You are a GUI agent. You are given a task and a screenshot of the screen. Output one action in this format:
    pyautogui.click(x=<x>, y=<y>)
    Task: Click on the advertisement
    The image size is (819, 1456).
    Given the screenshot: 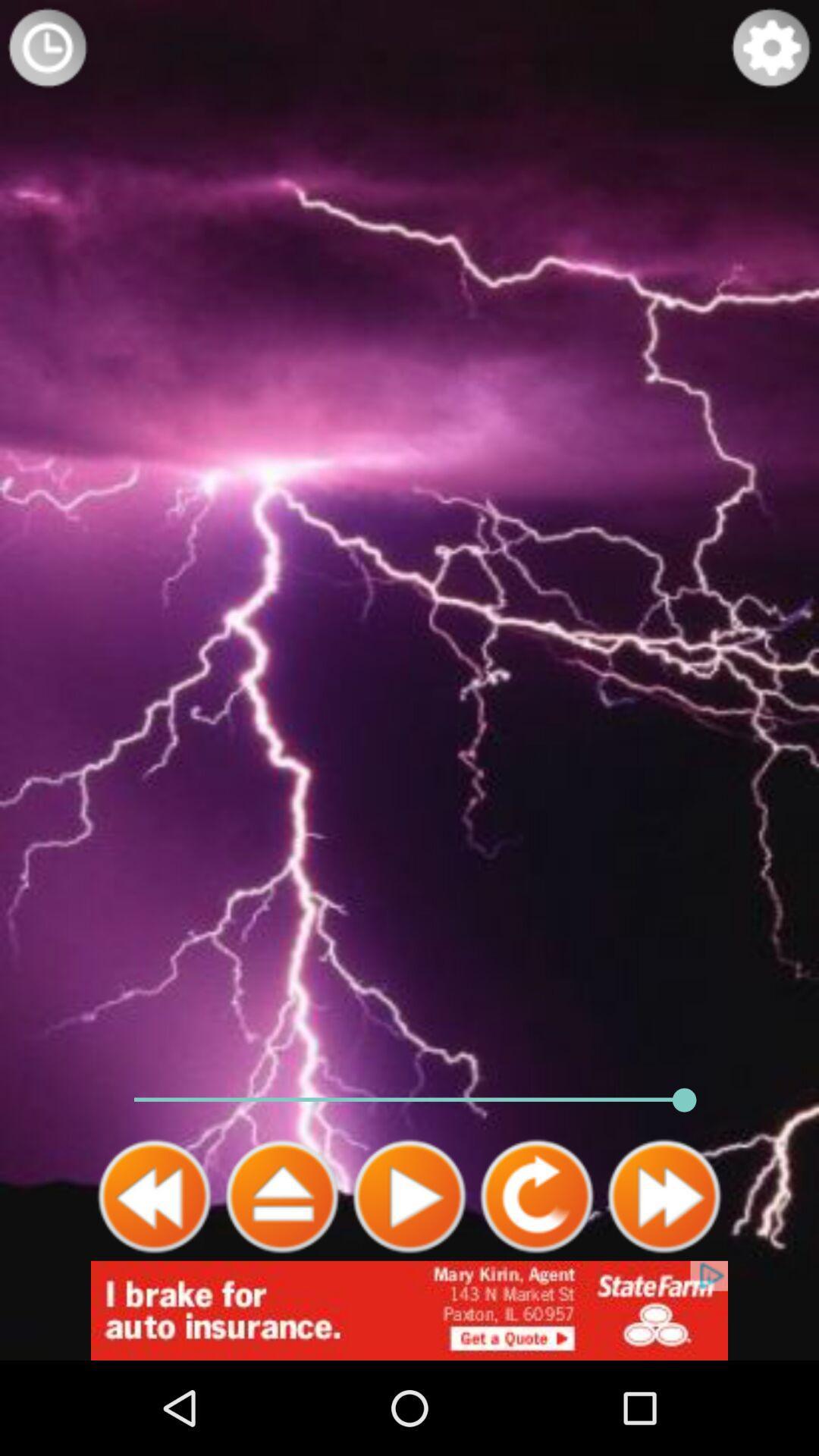 What is the action you would take?
    pyautogui.click(x=409, y=1310)
    